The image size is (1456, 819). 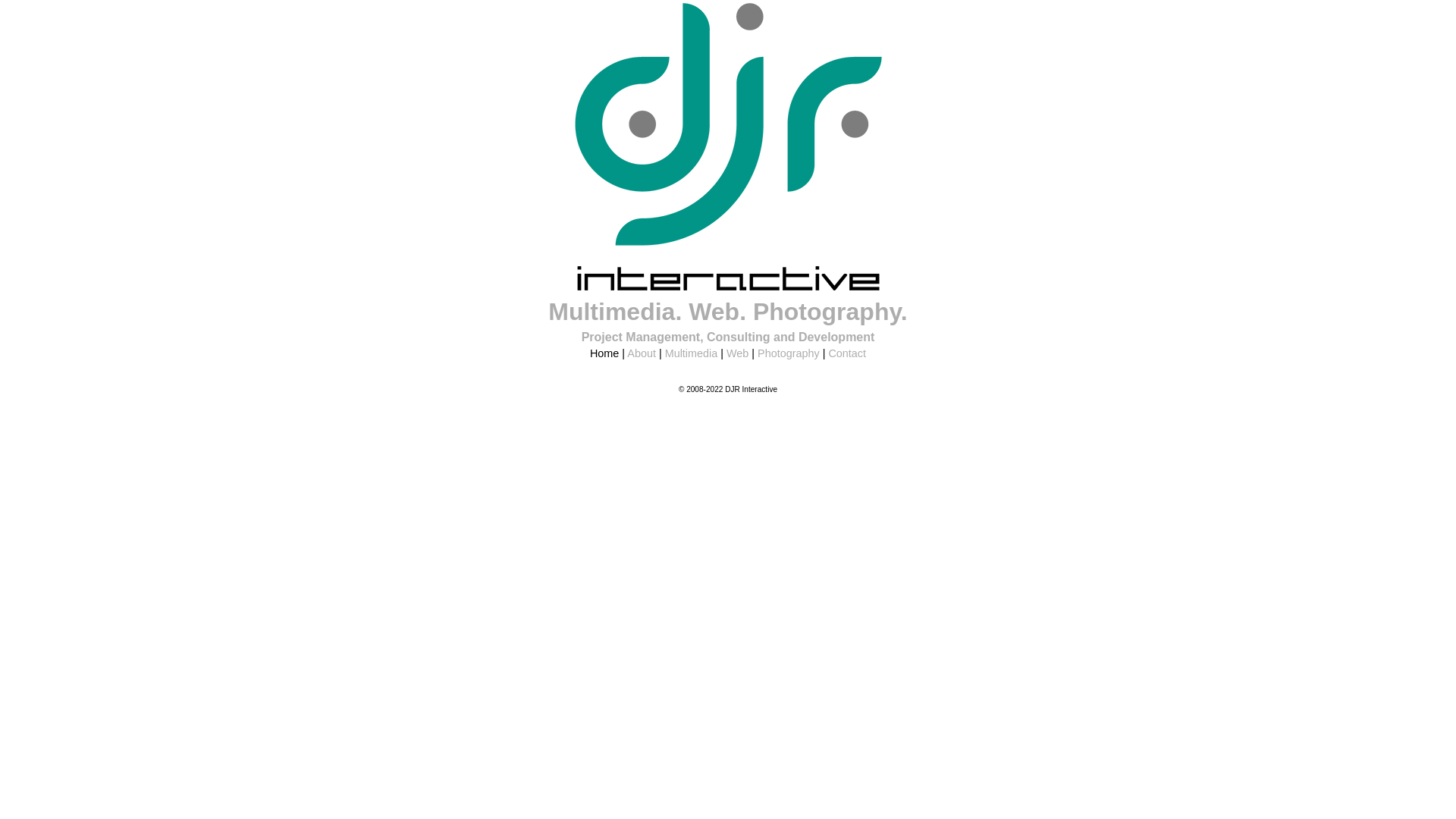 I want to click on 'About', so click(x=641, y=353).